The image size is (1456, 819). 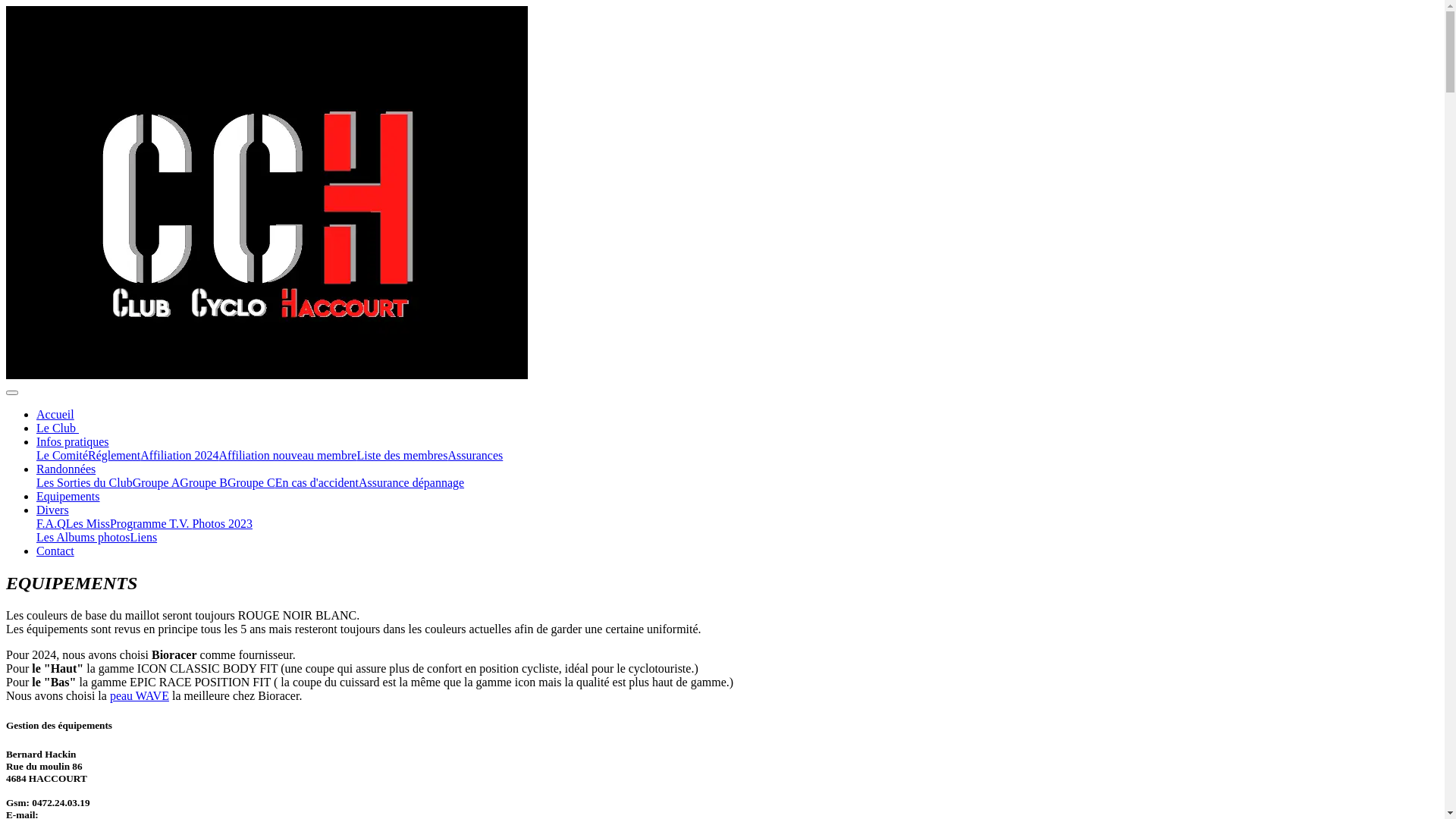 I want to click on 'Affiliation nouveau membre', so click(x=218, y=454).